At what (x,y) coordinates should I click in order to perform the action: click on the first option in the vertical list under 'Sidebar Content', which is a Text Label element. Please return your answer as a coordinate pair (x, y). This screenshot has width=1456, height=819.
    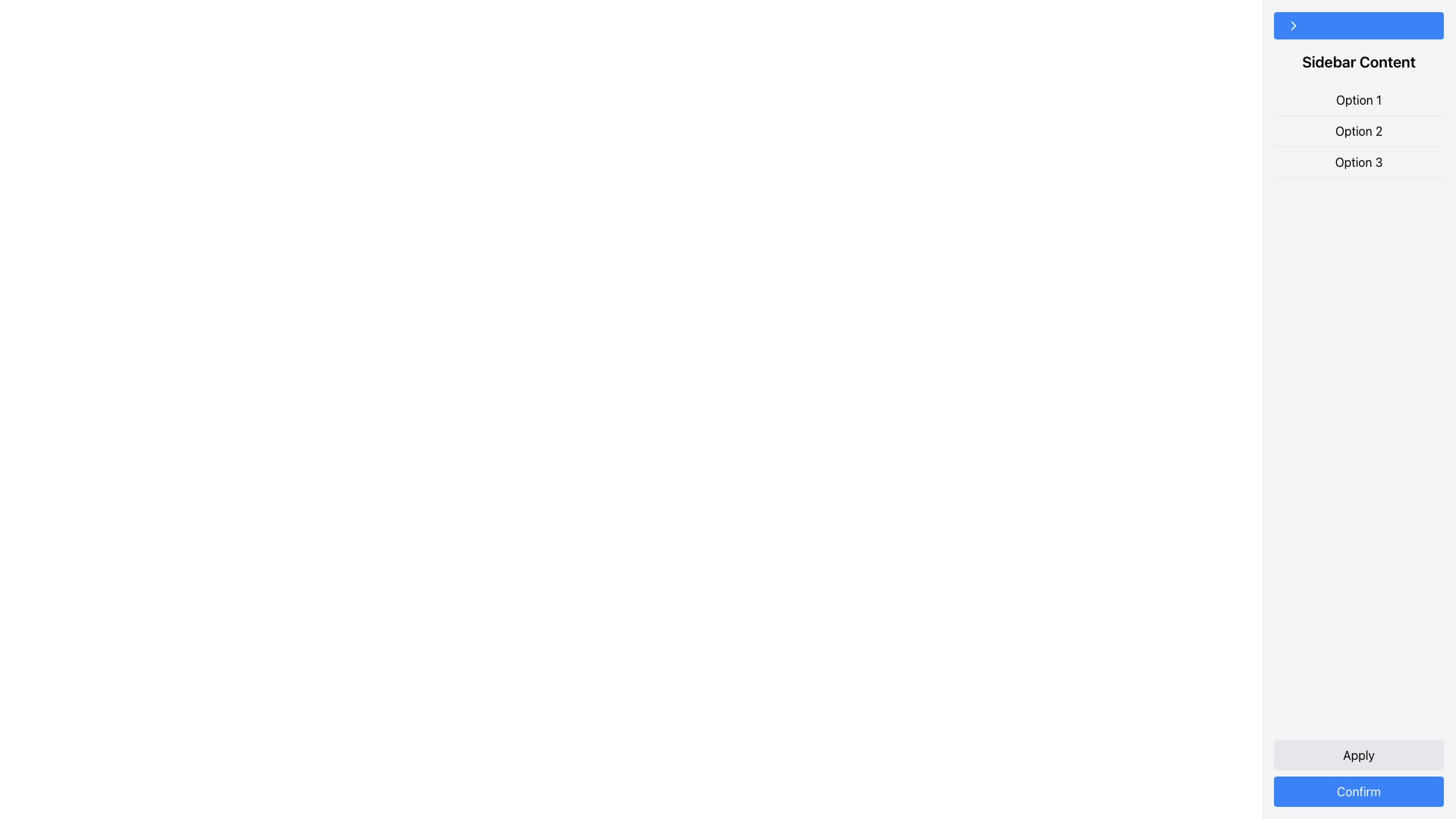
    Looking at the image, I should click on (1358, 100).